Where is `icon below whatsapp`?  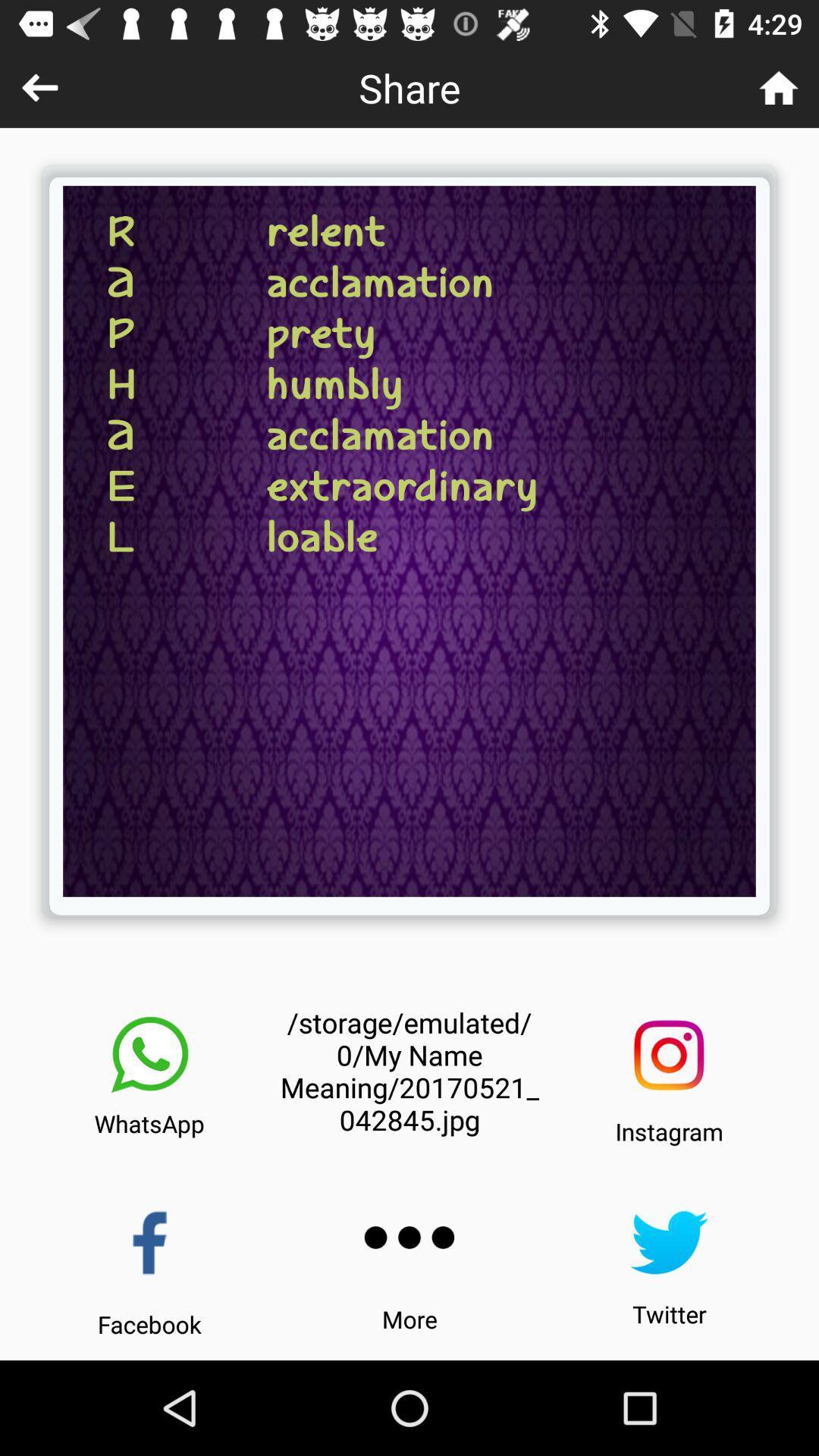 icon below whatsapp is located at coordinates (149, 1243).